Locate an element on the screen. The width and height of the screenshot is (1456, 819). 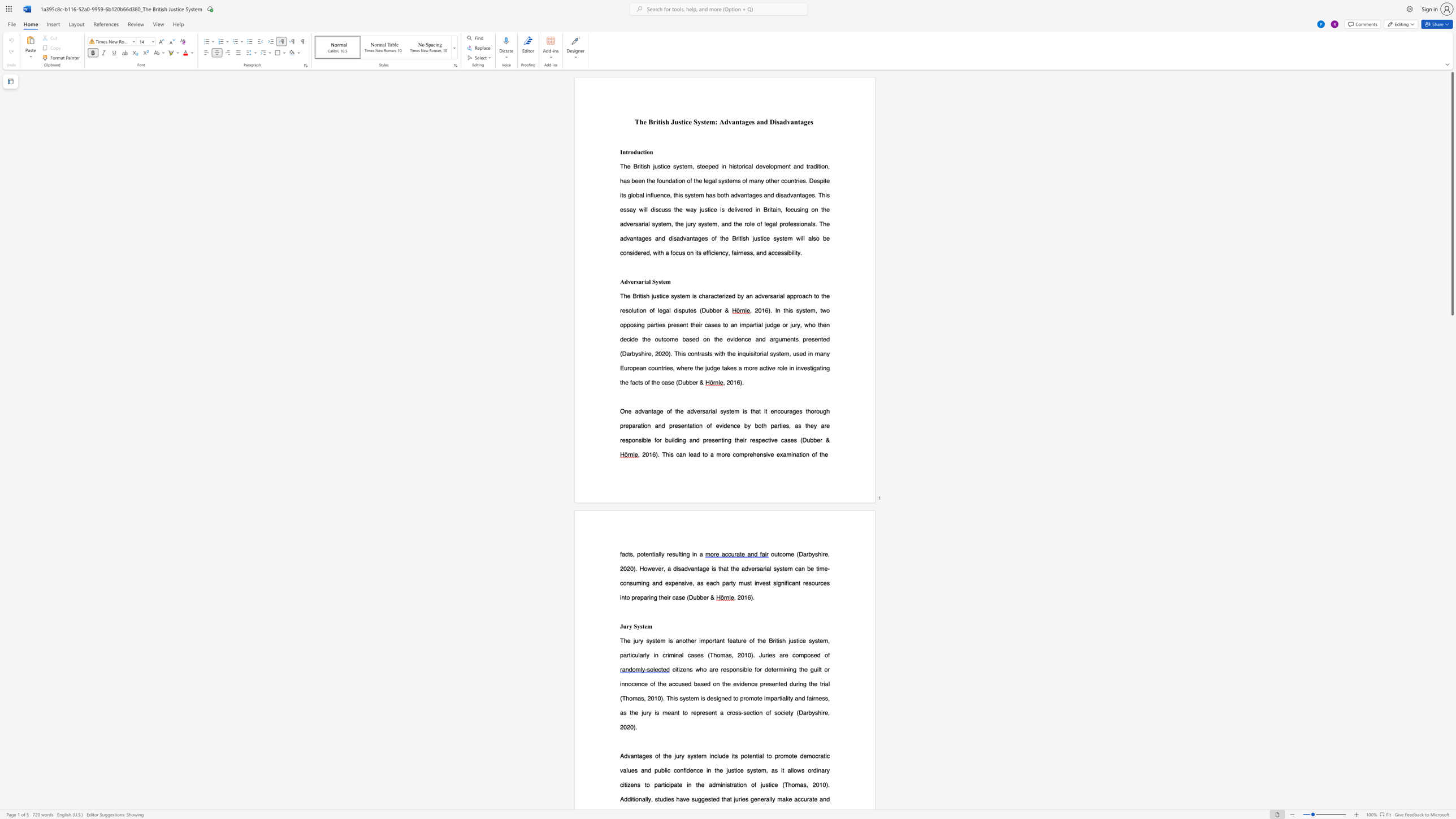
the subset text "Darbyshire" within the text "a cross-section of society (Darbyshire," is located at coordinates (798, 712).